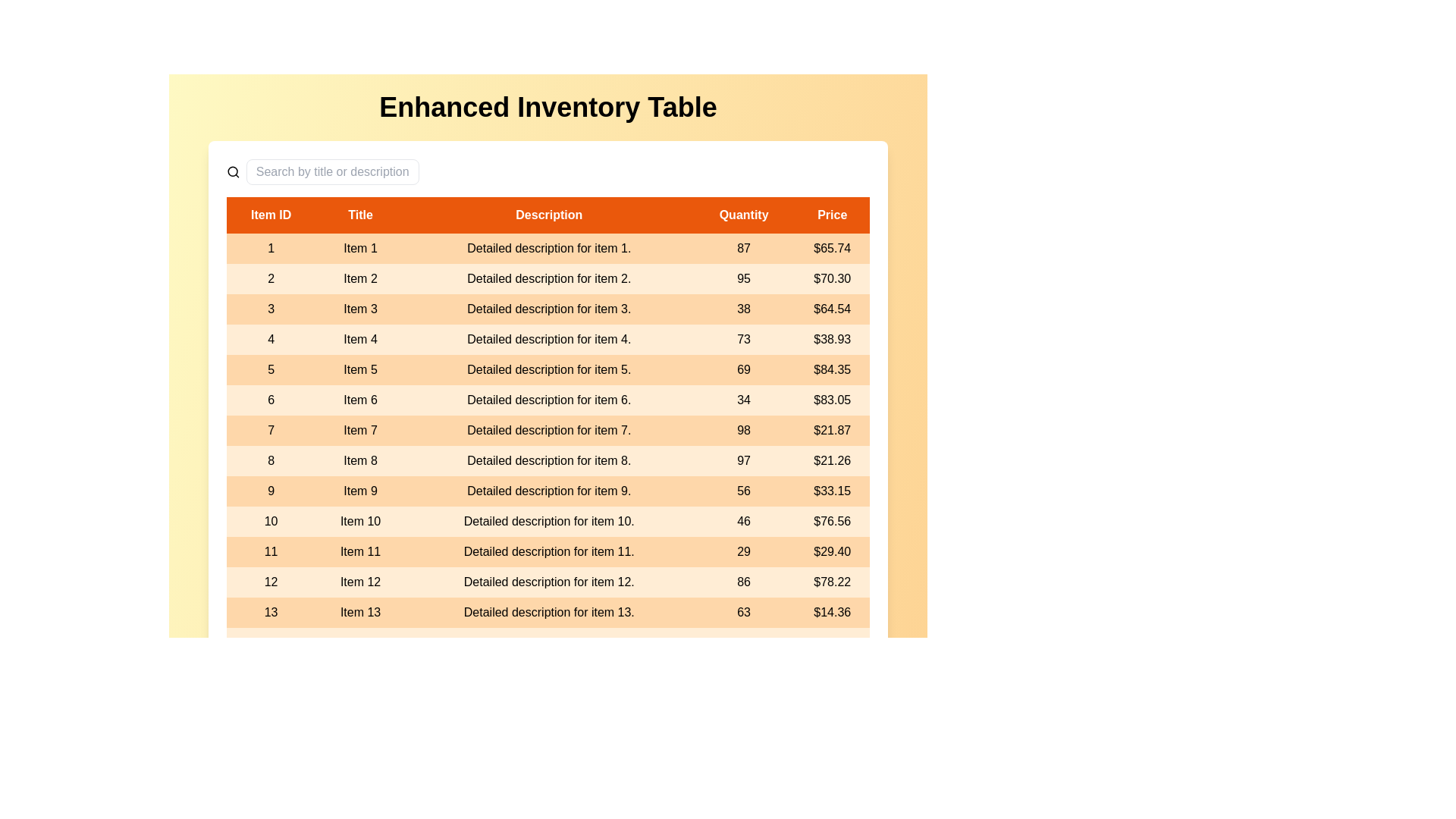 Image resolution: width=1456 pixels, height=819 pixels. What do you see at coordinates (744, 215) in the screenshot?
I see `the column header Quantity to view additional information` at bounding box center [744, 215].